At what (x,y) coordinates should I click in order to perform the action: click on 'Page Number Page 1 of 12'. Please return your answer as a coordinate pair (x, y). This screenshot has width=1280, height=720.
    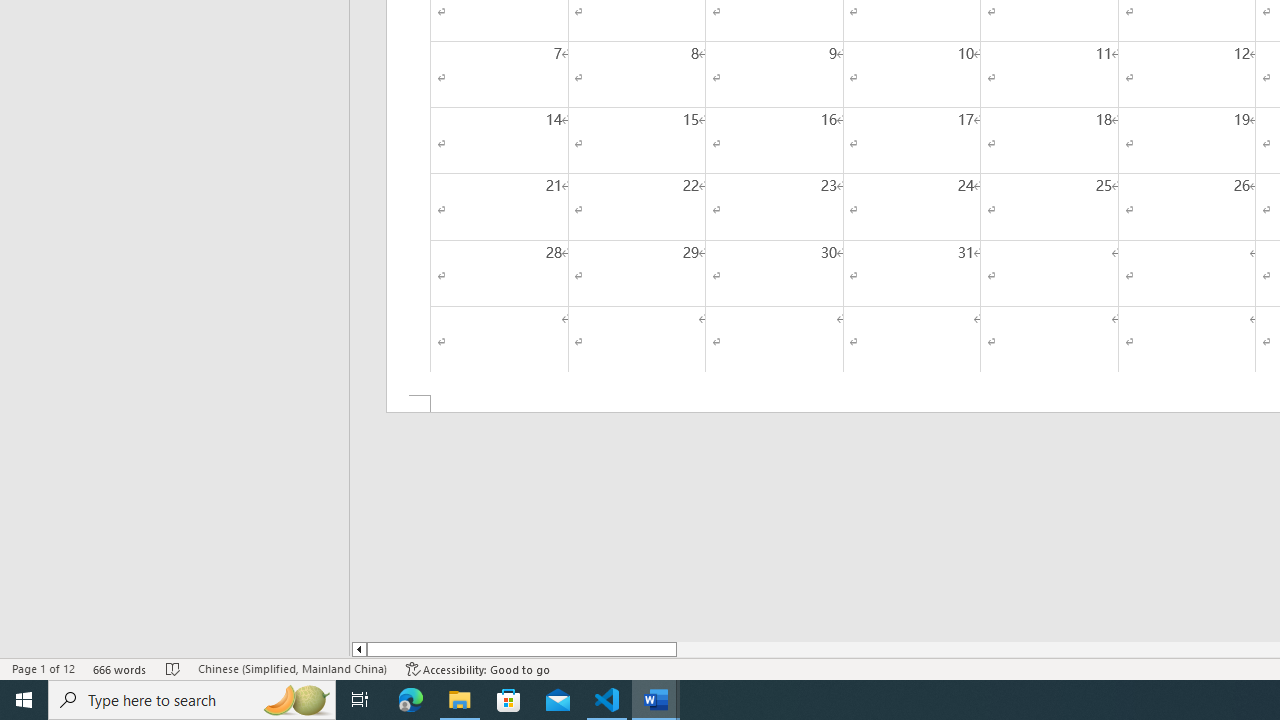
    Looking at the image, I should click on (43, 669).